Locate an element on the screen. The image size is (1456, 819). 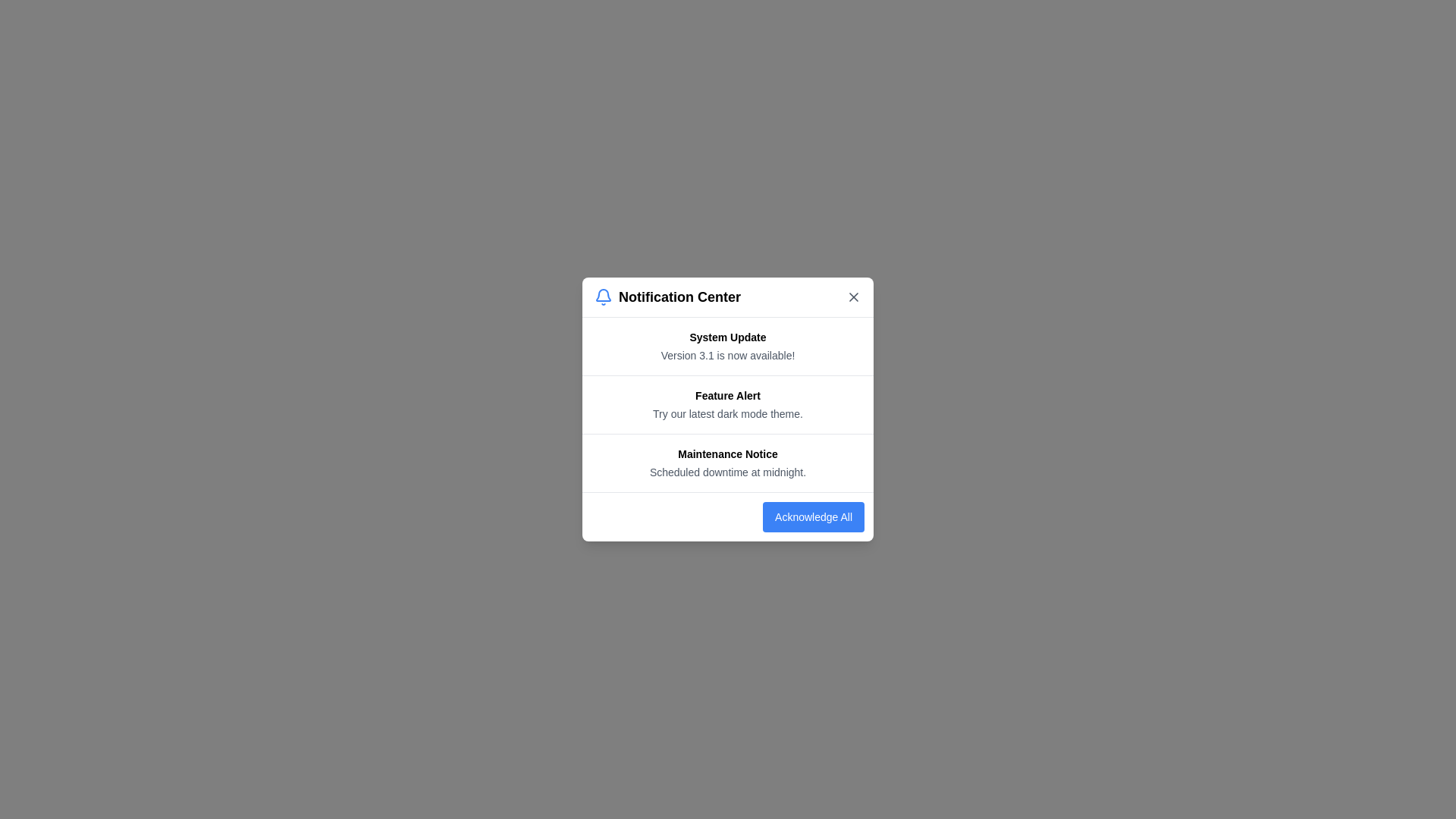
'Acknowledge All' button to acknowledge all notifications is located at coordinates (813, 516).